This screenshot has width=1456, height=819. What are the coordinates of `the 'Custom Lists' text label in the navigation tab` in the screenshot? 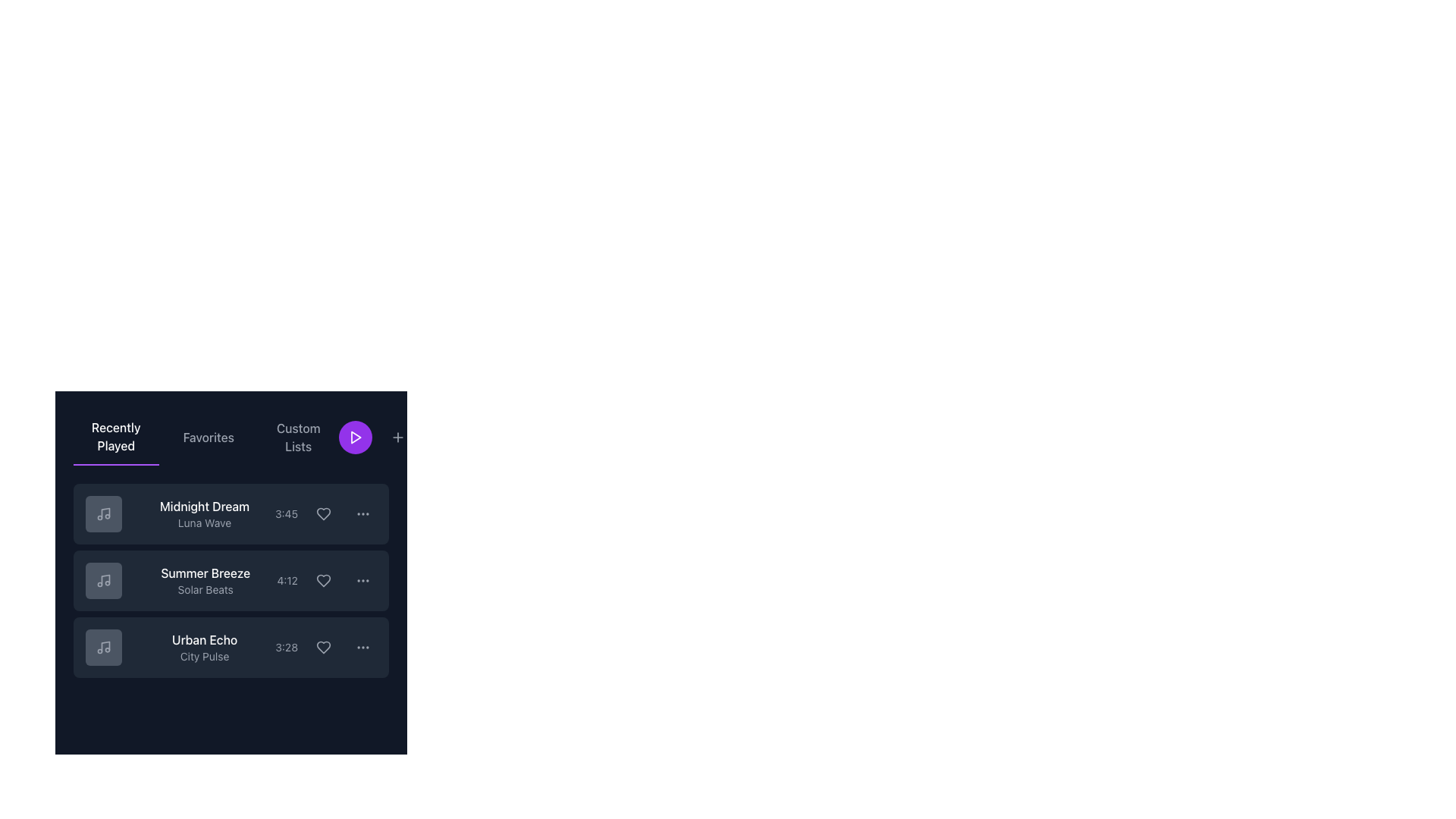 It's located at (298, 438).